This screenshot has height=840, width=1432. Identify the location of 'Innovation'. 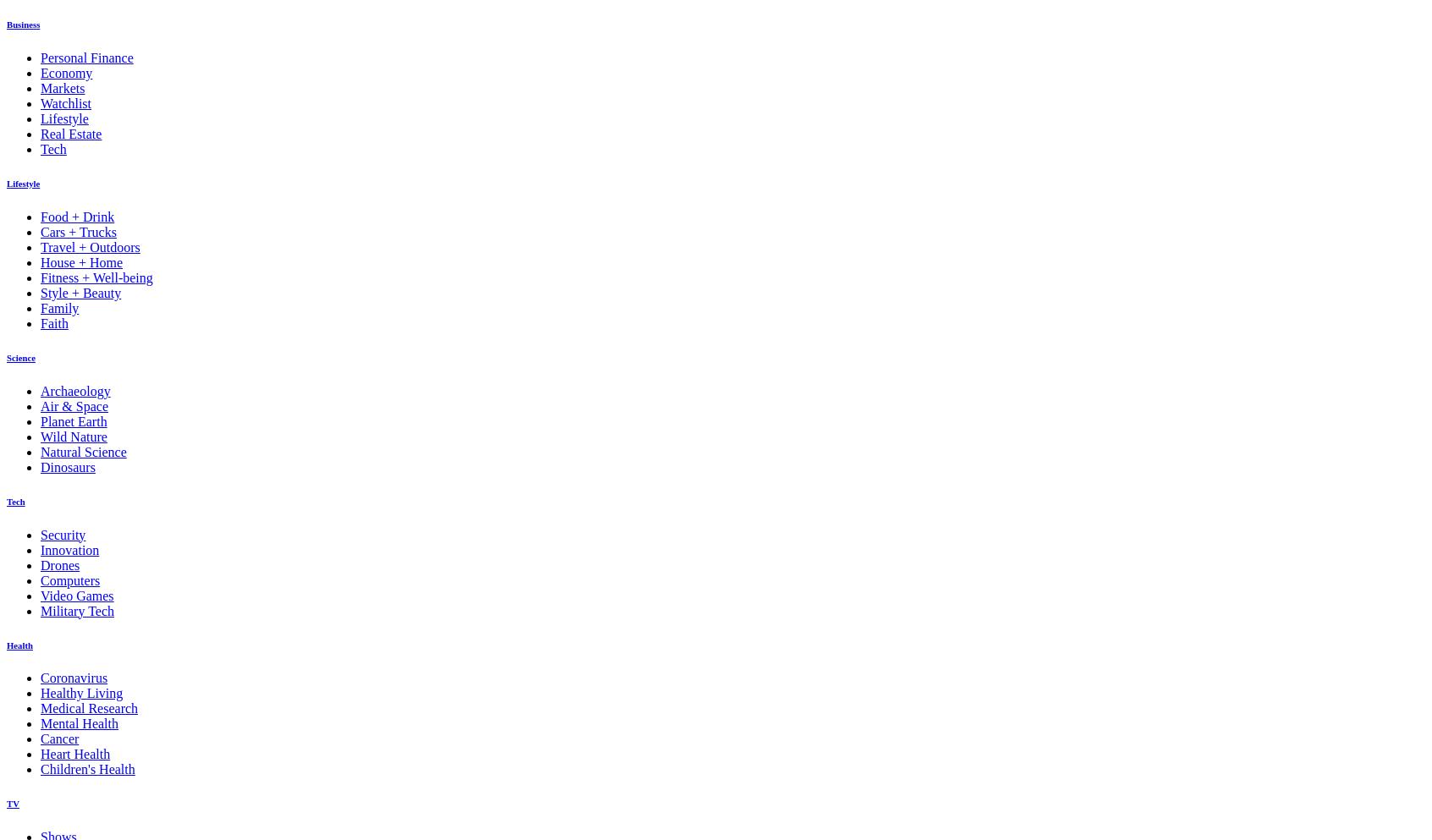
(40, 548).